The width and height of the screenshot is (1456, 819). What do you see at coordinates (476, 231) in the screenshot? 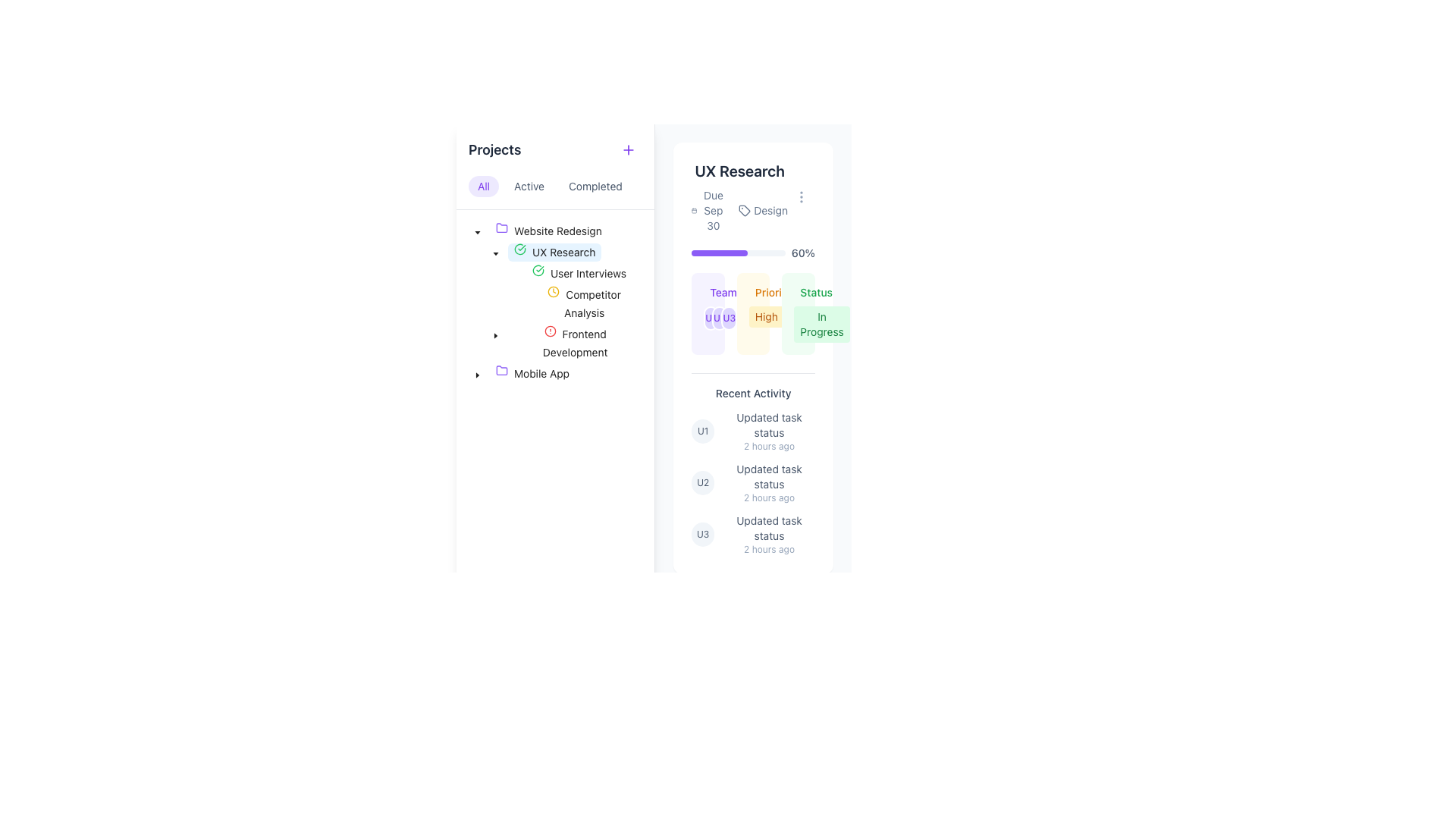
I see `the Toggle button for collapsing or expanding the tree structure associated with 'Website Redesign' in the left panel for navigation` at bounding box center [476, 231].